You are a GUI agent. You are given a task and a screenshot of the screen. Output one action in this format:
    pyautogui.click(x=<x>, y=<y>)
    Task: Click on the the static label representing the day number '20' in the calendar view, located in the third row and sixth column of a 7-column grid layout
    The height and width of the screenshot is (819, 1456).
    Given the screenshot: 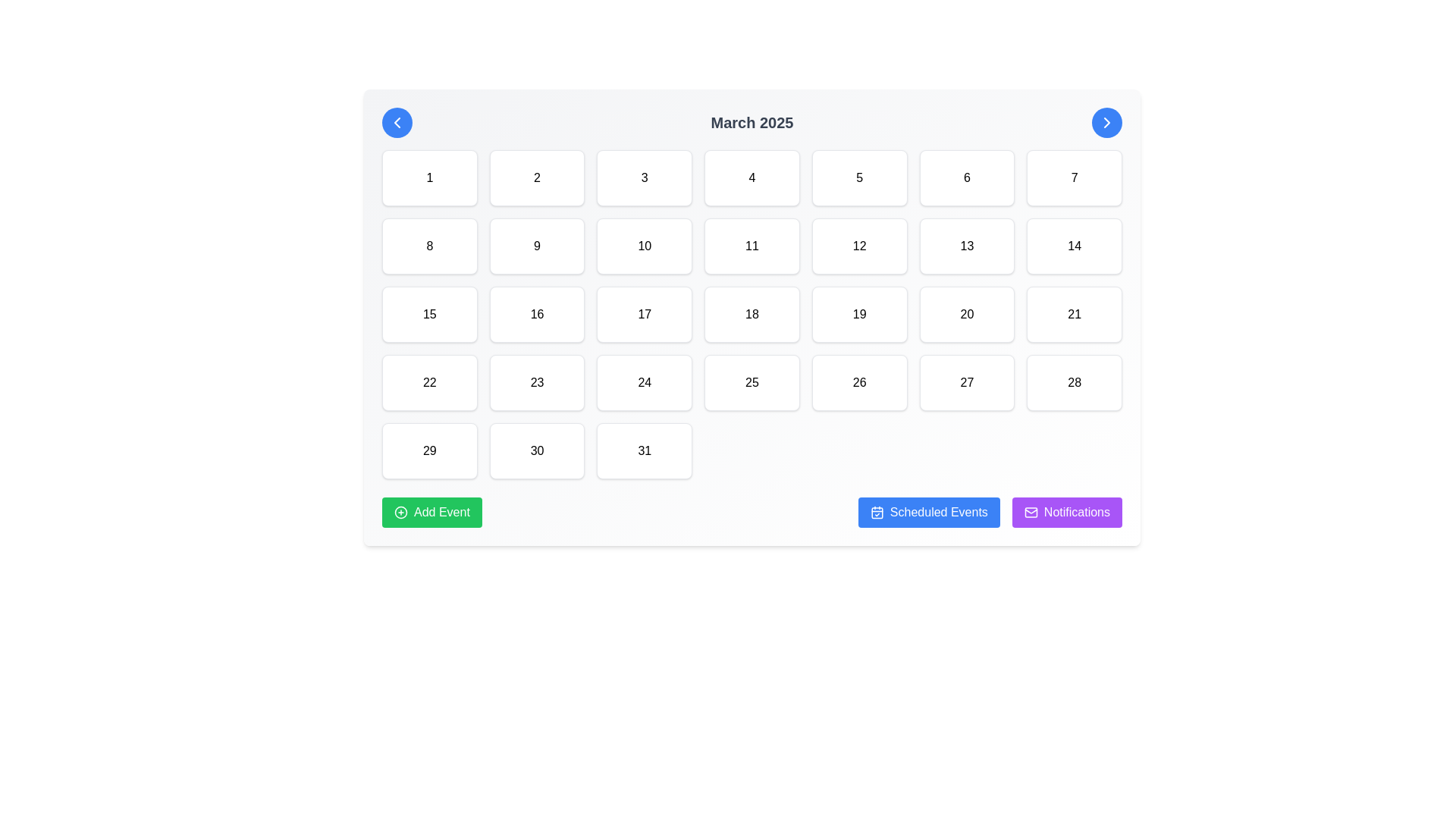 What is the action you would take?
    pyautogui.click(x=966, y=314)
    